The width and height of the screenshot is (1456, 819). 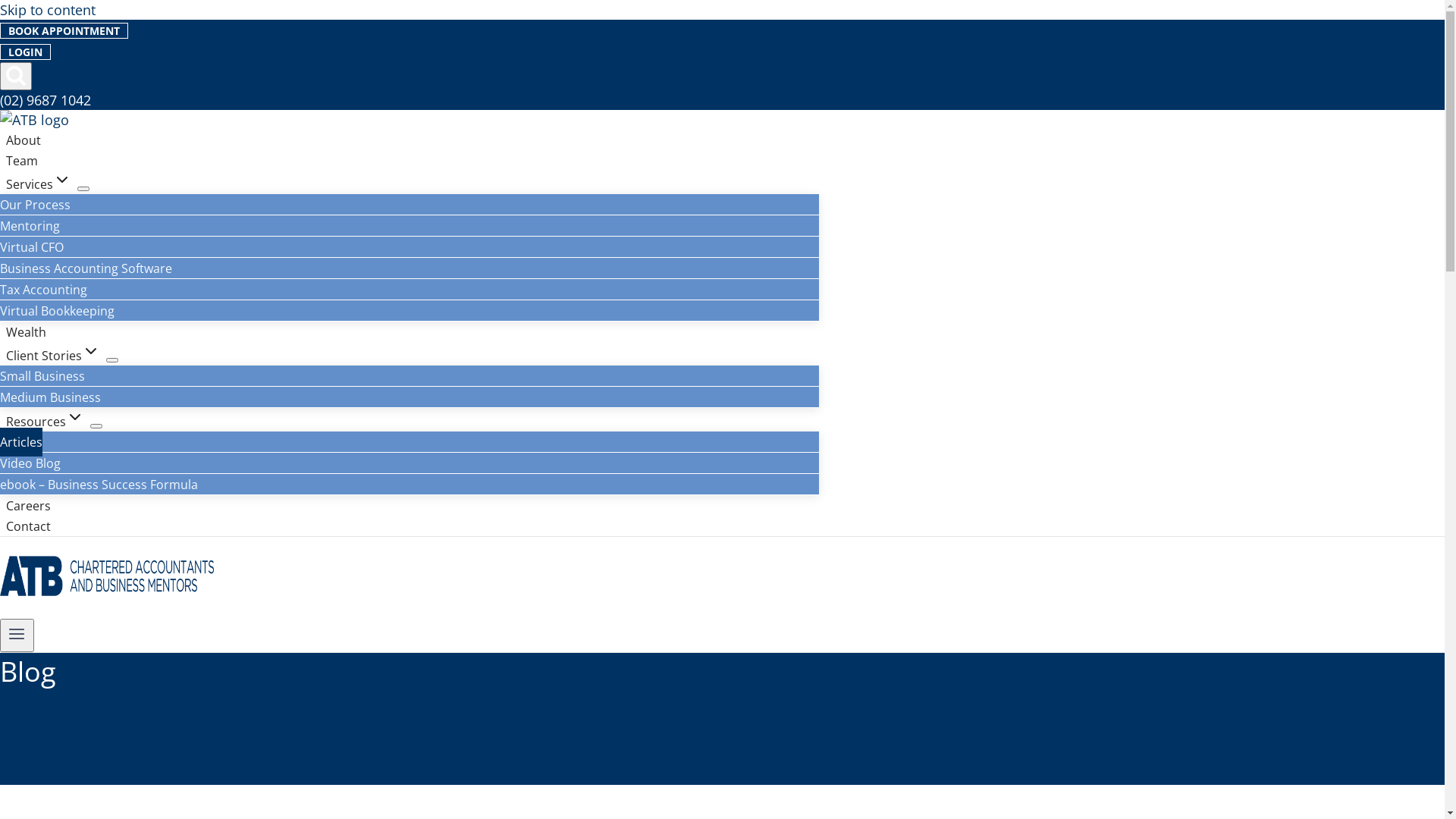 What do you see at coordinates (17, 635) in the screenshot?
I see `'Toggle Menu'` at bounding box center [17, 635].